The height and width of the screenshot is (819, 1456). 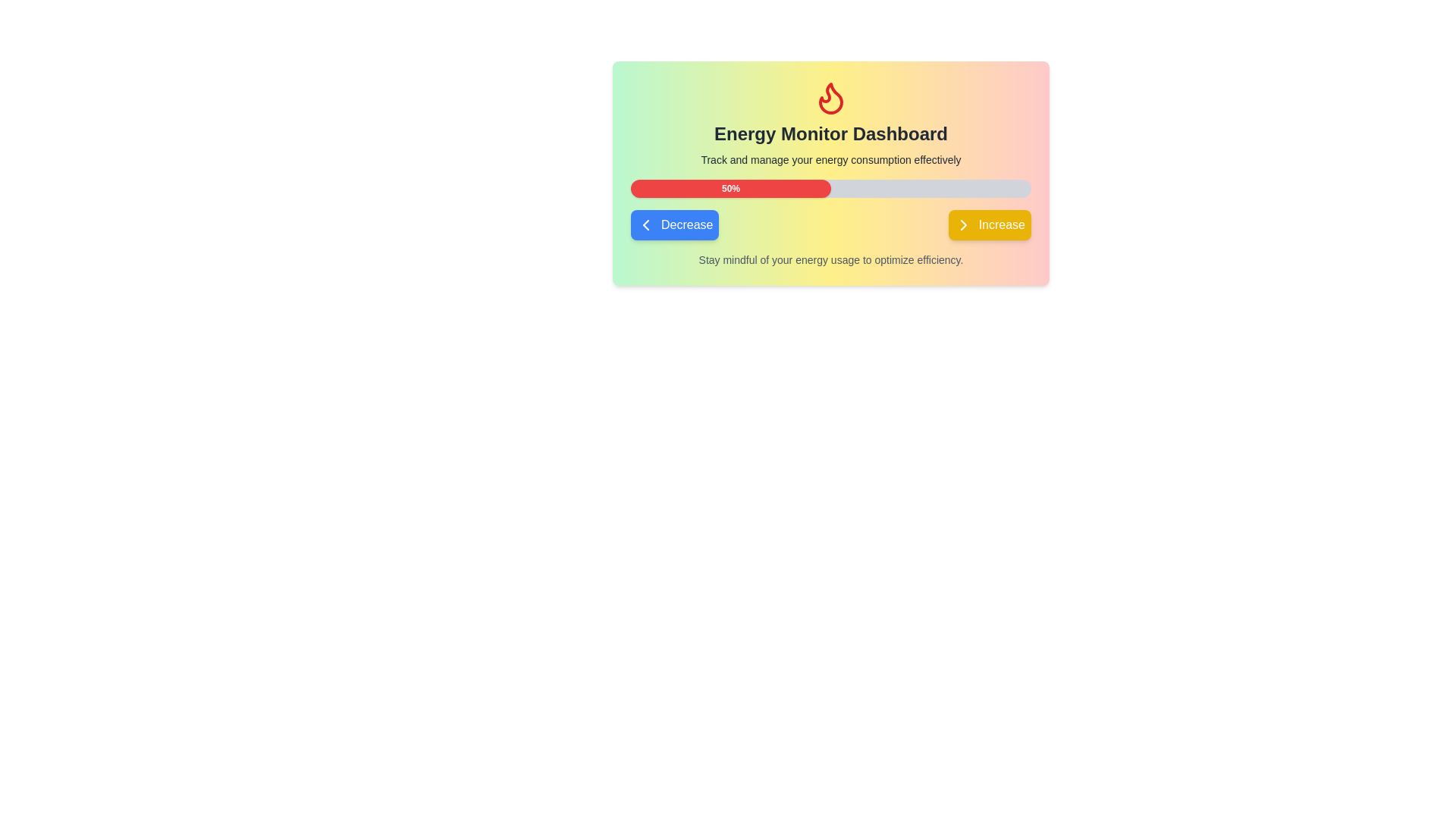 What do you see at coordinates (990, 225) in the screenshot?
I see `the increment button located to the right of the blue 'Decrease' button in the lower half of the dashboard to increase the value or progress` at bounding box center [990, 225].